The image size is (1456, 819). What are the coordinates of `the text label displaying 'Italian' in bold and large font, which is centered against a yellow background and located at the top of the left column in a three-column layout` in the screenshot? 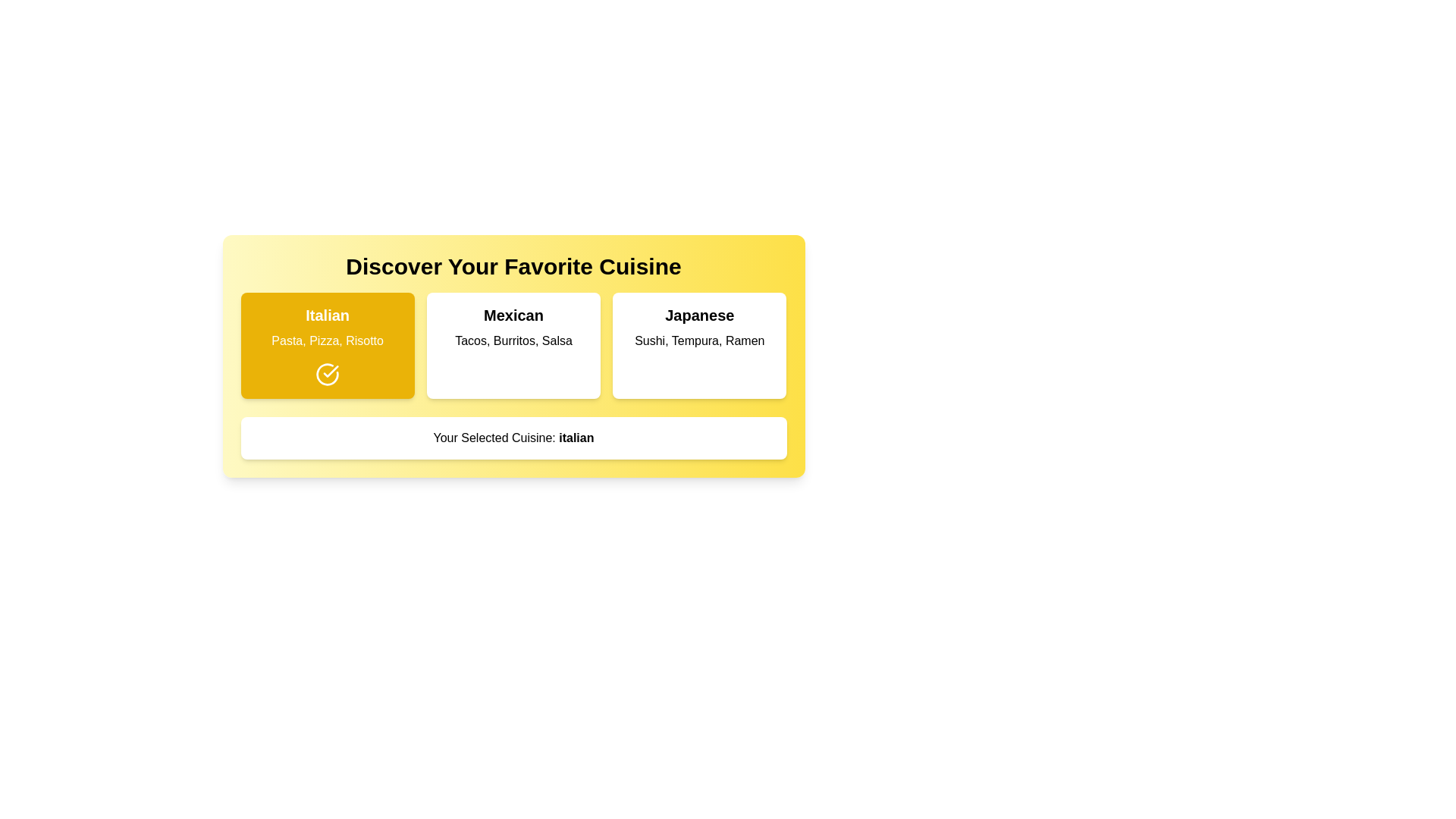 It's located at (327, 315).